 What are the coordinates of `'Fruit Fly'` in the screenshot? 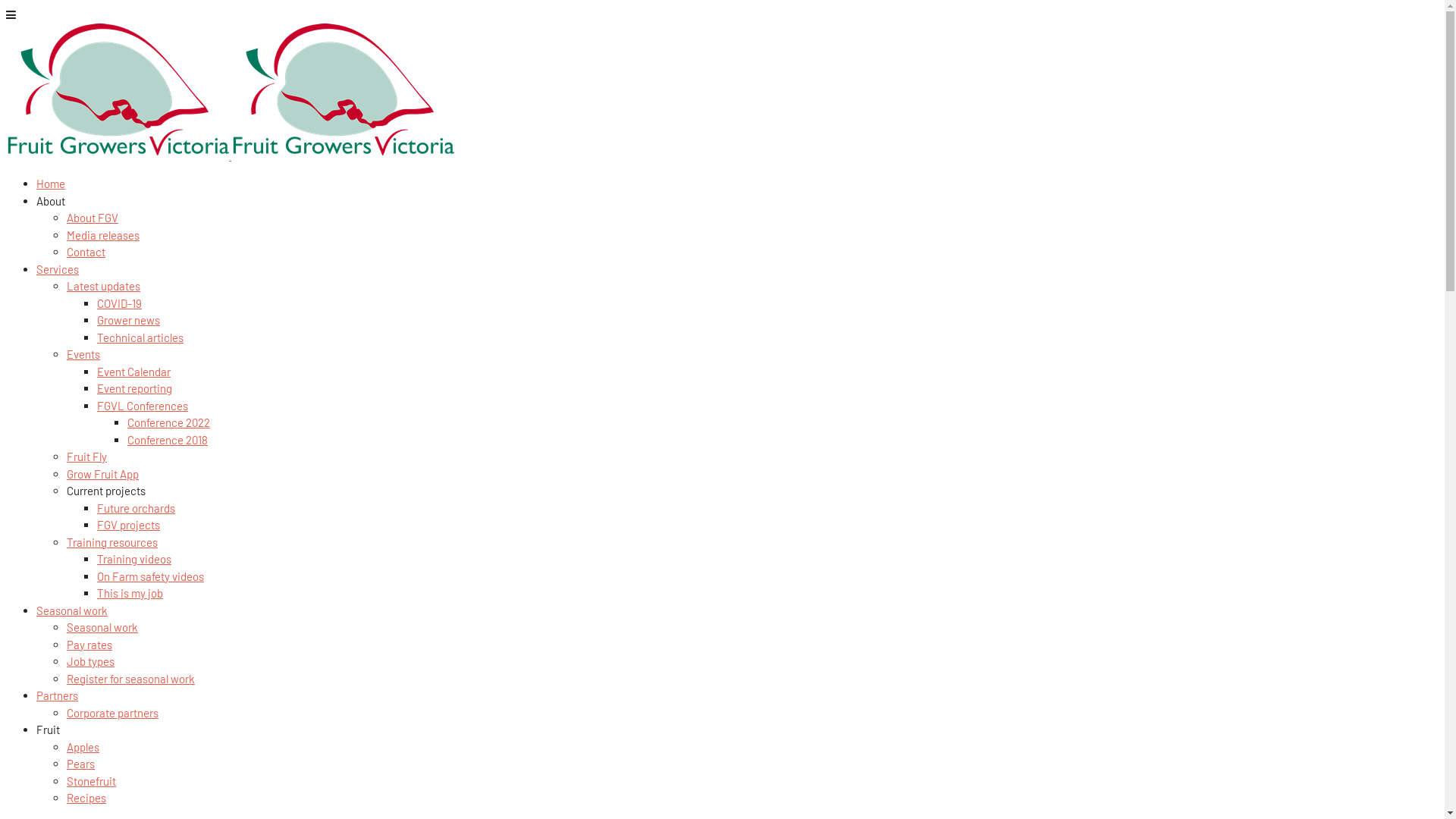 It's located at (86, 455).